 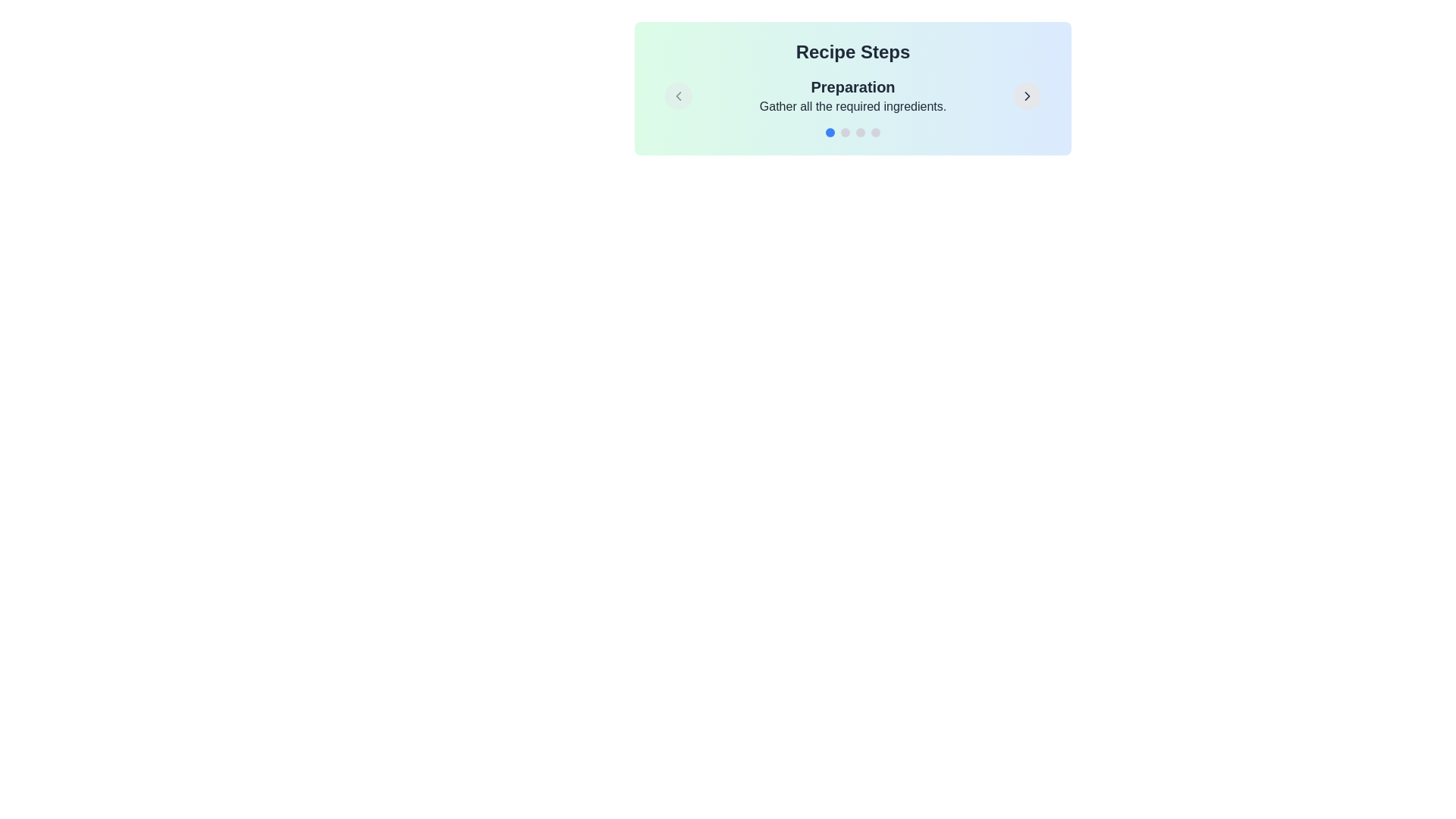 I want to click on the left-pointing chevron button with a light gray background located on the far left side of the navigation bar, so click(x=677, y=96).